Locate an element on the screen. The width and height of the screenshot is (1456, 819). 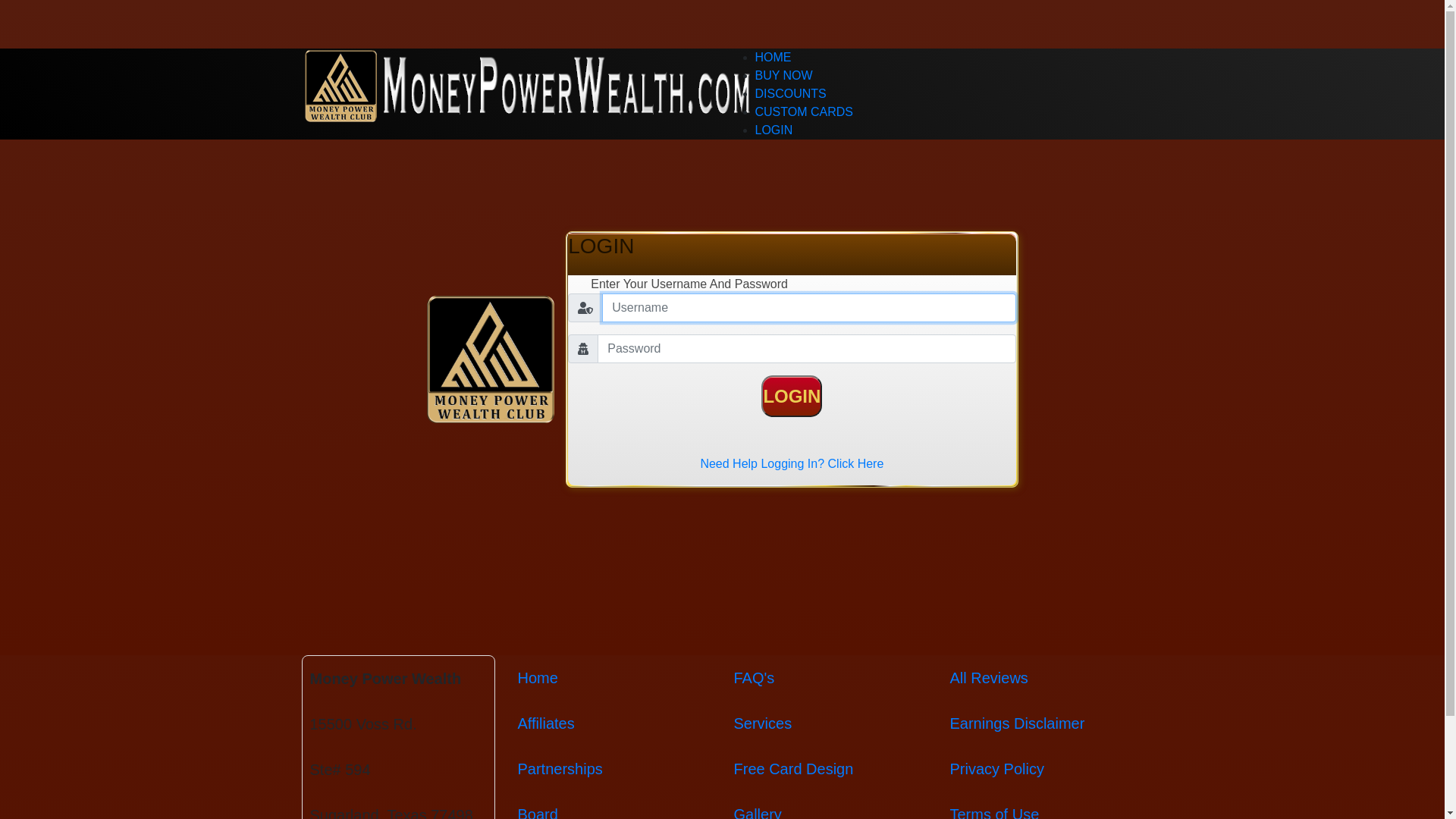
'CUSTOM CARDS' is located at coordinates (803, 111).